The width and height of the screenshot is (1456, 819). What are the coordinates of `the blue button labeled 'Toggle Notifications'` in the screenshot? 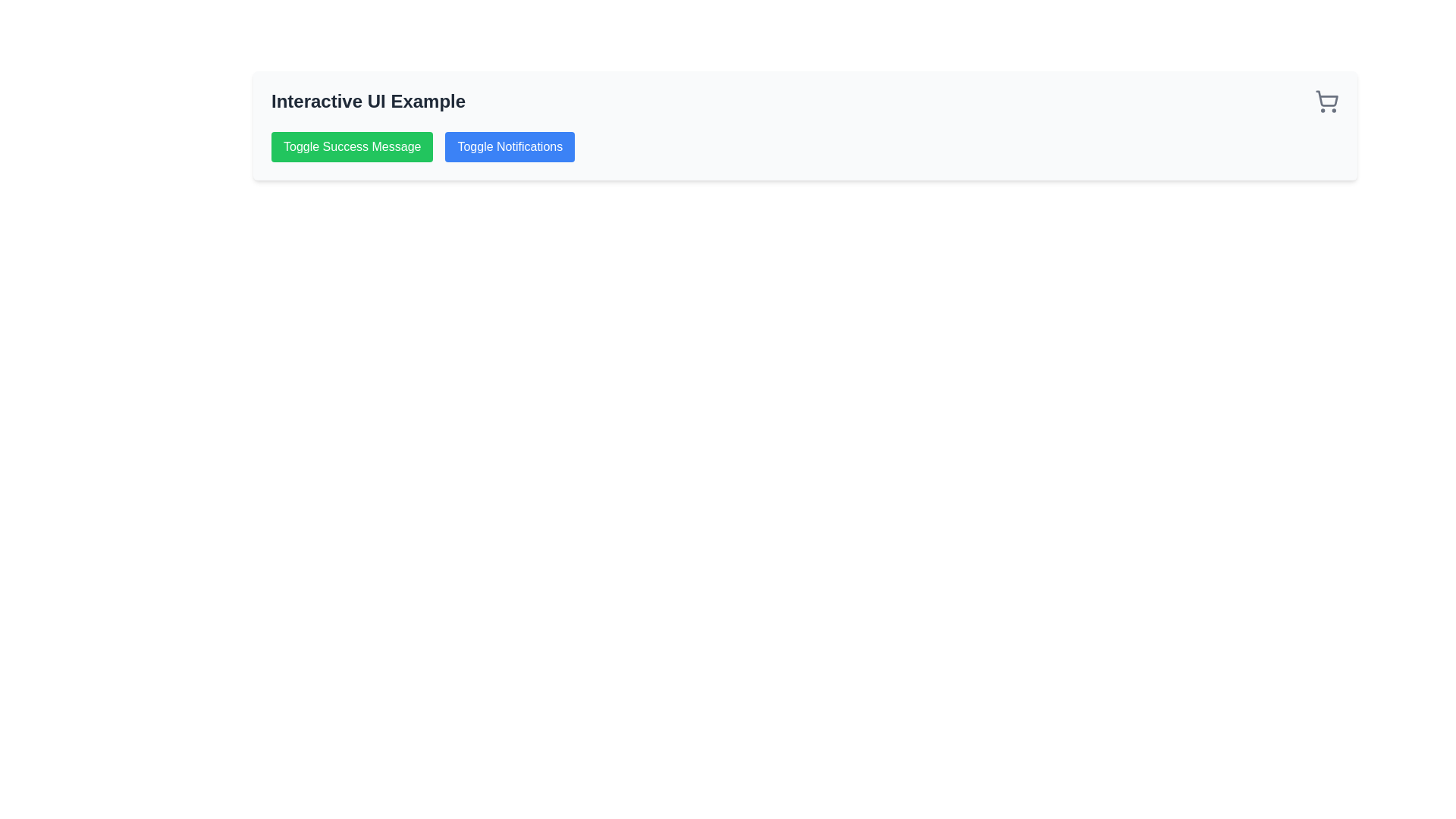 It's located at (510, 146).